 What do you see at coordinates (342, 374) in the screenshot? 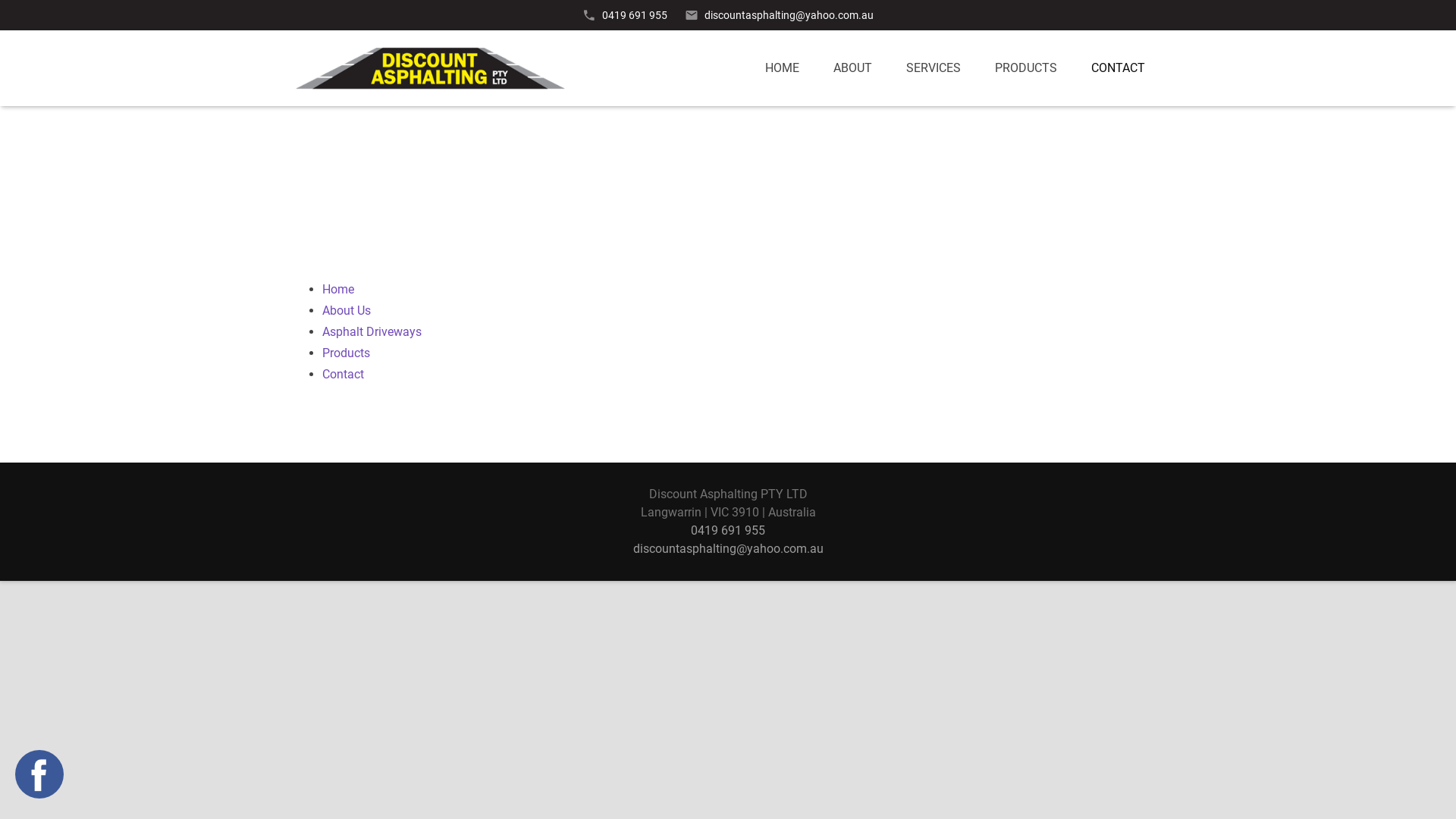
I see `'Contact'` at bounding box center [342, 374].